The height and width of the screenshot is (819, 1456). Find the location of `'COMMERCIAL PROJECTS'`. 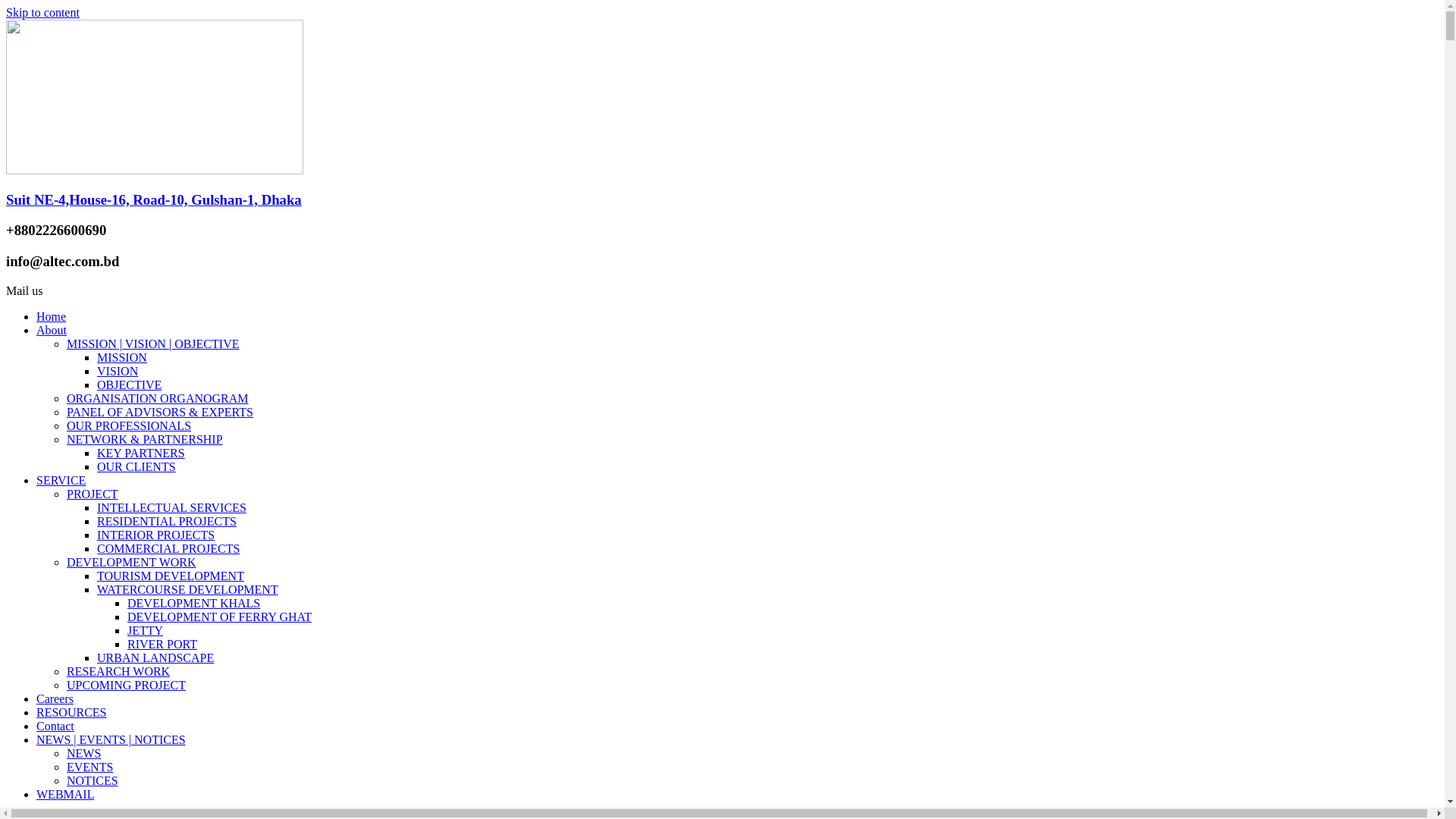

'COMMERCIAL PROJECTS' is located at coordinates (168, 548).